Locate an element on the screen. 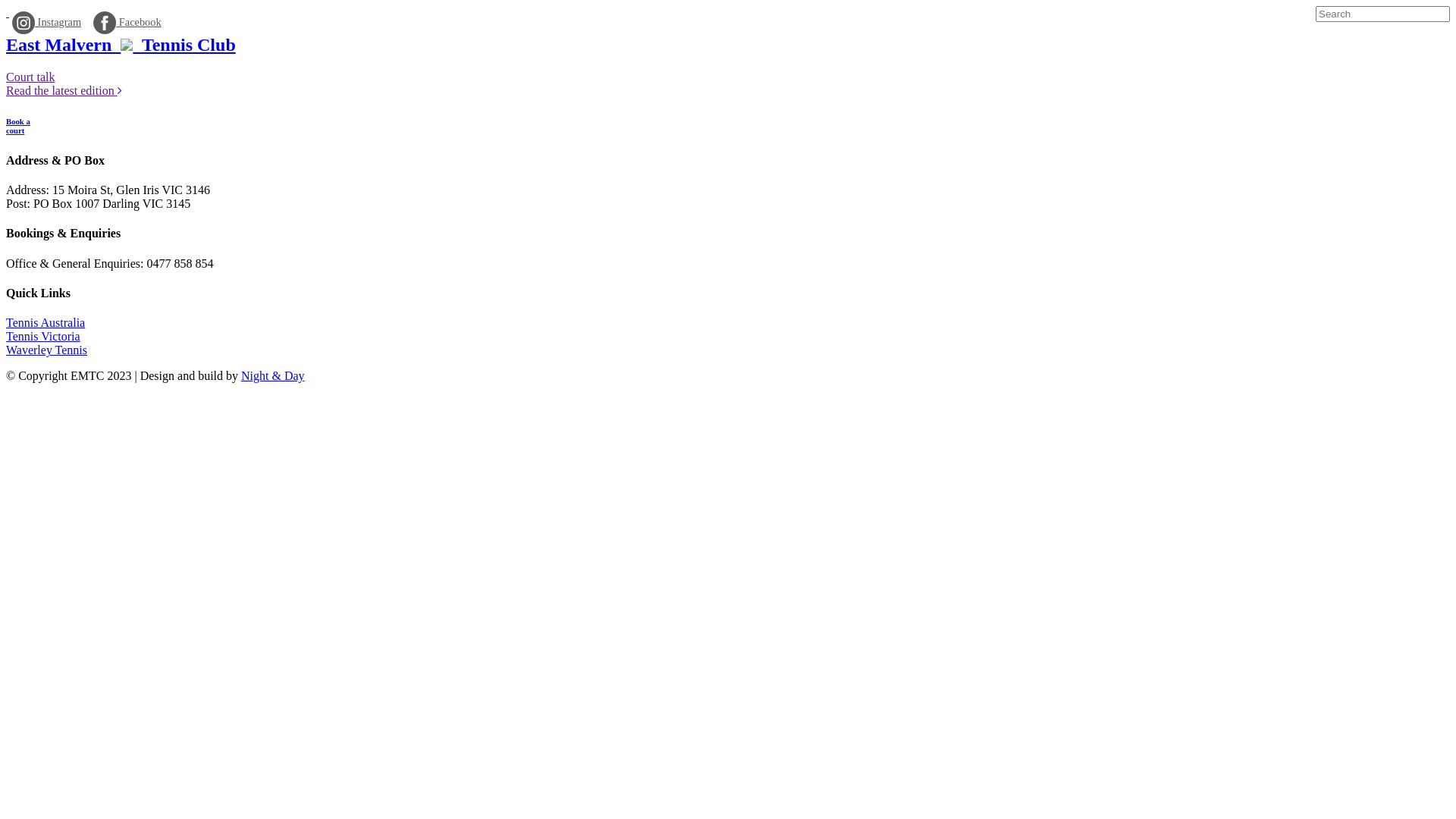 This screenshot has width=1456, height=819. 'Tennis Australia' is located at coordinates (6, 322).